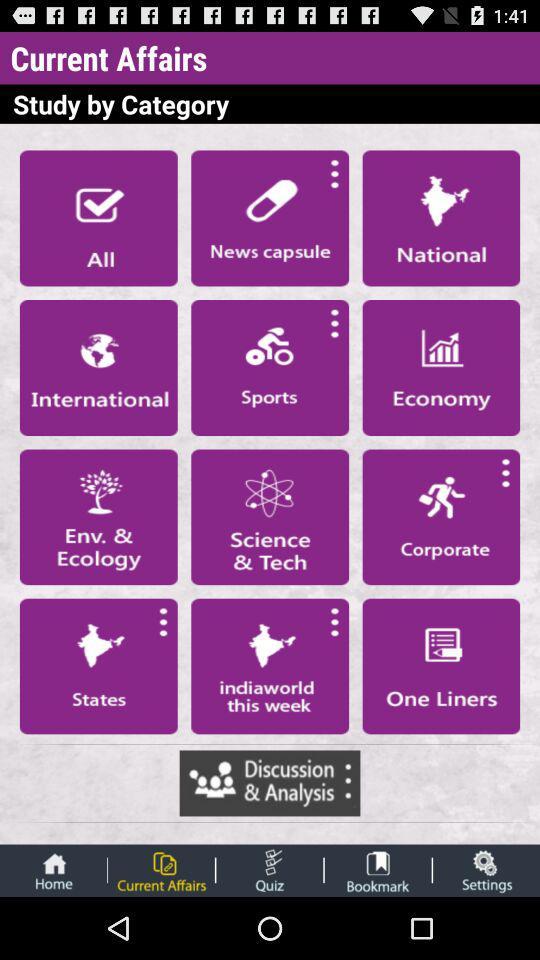 Image resolution: width=540 pixels, height=960 pixels. I want to click on science button, so click(270, 516).